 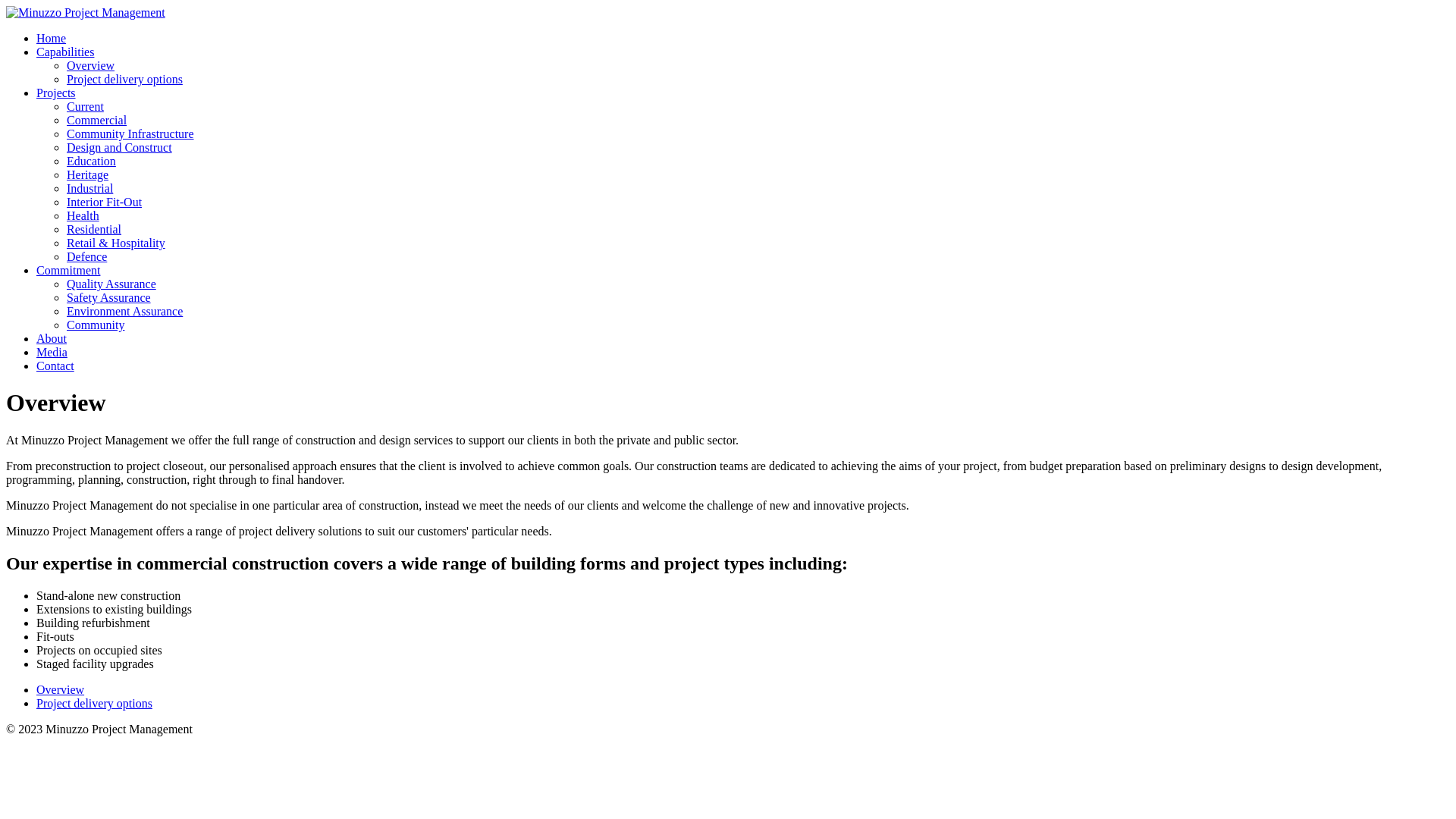 What do you see at coordinates (124, 310) in the screenshot?
I see `'Environment Assurance'` at bounding box center [124, 310].